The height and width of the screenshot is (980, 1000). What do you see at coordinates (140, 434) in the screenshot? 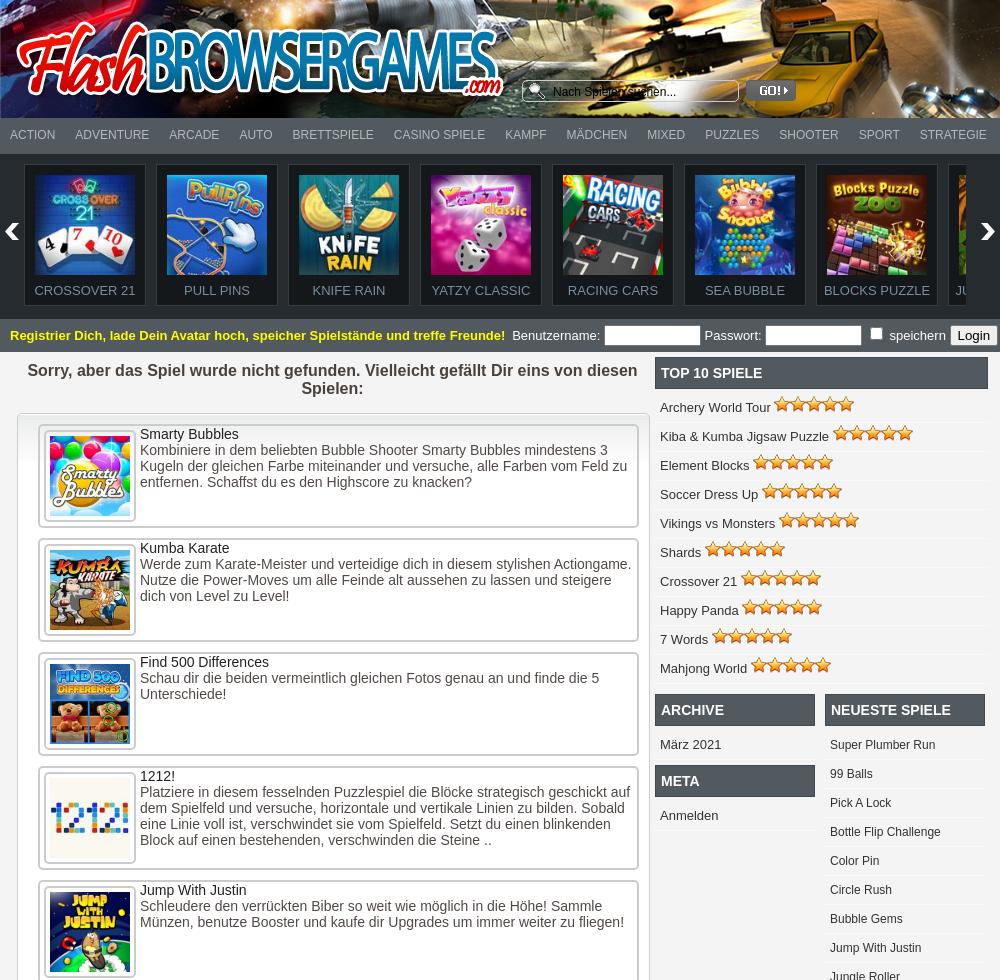
I see `'Smarty Bubbles'` at bounding box center [140, 434].